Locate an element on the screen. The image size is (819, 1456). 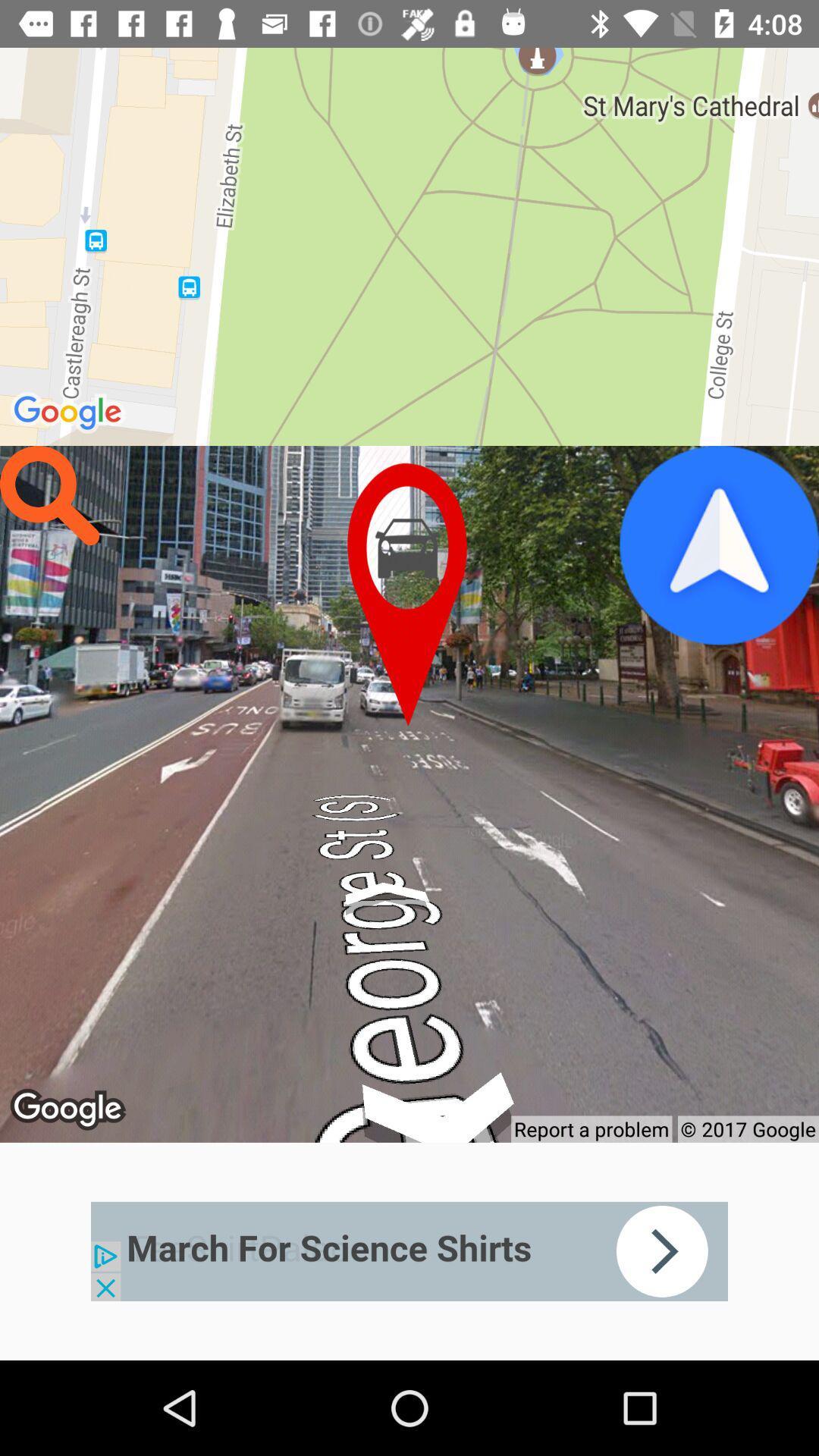
map page is located at coordinates (409, 594).